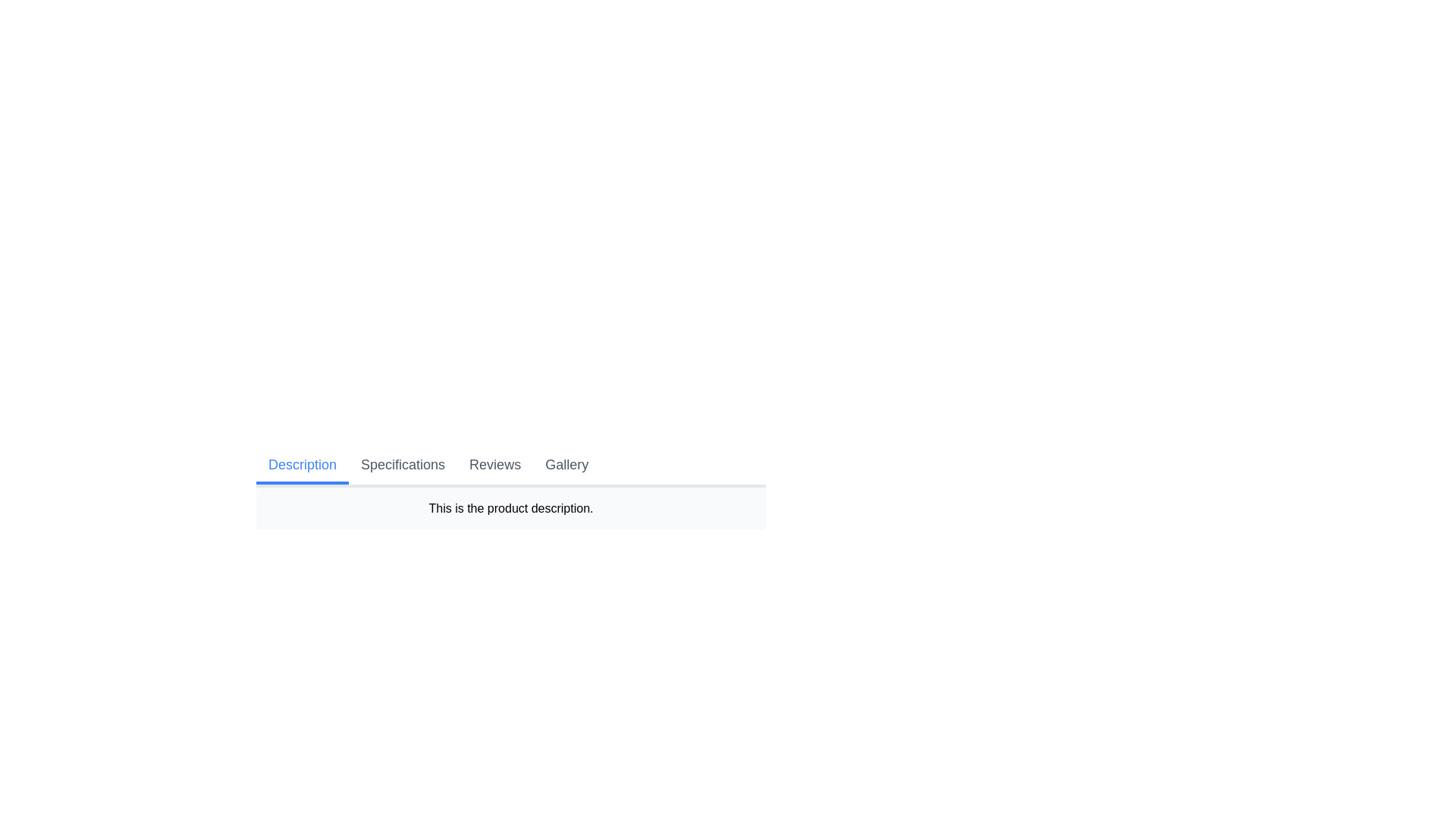 This screenshot has height=819, width=1456. What do you see at coordinates (566, 465) in the screenshot?
I see `the Gallery tab by clicking on its button` at bounding box center [566, 465].